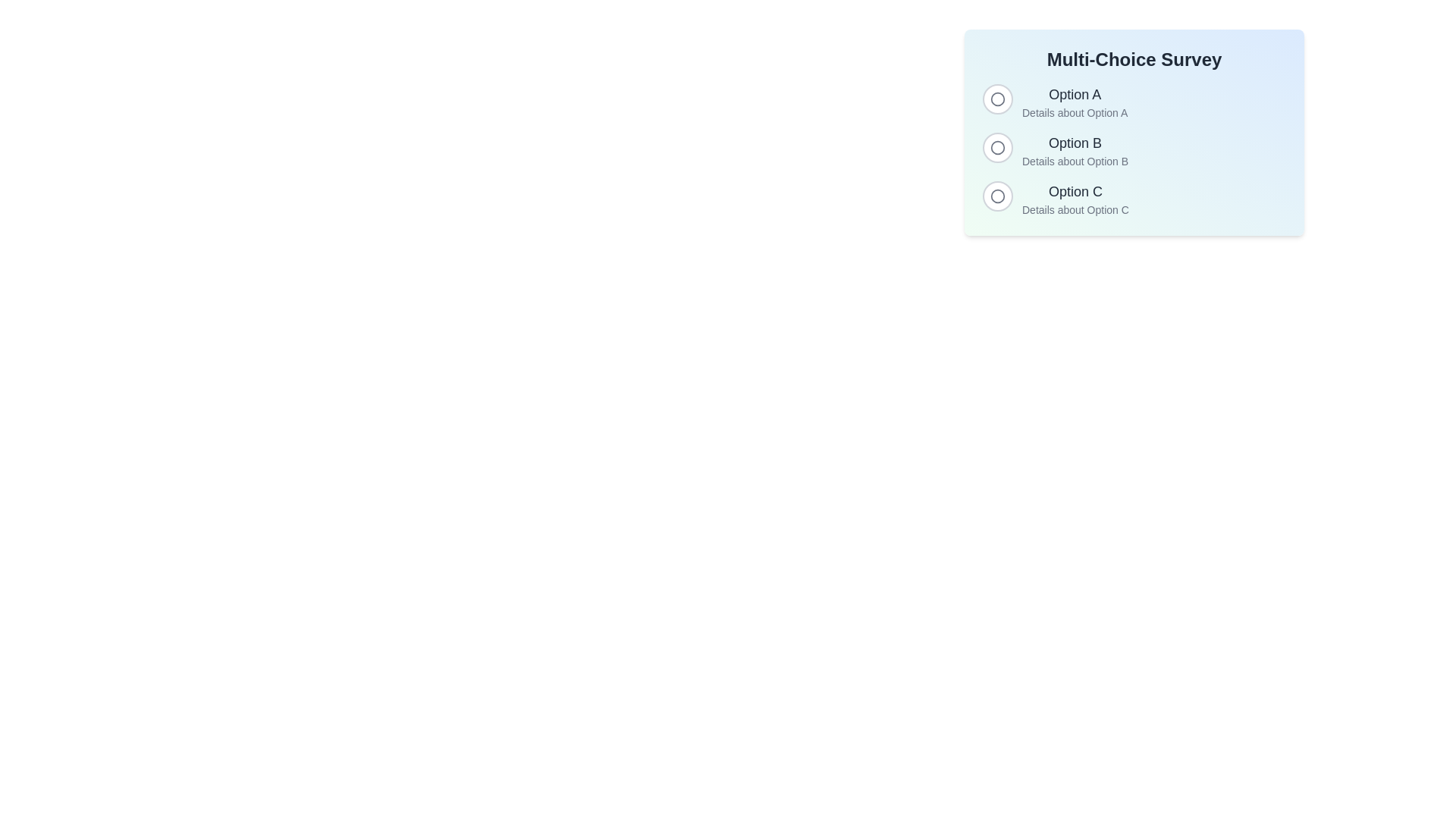 The height and width of the screenshot is (819, 1456). Describe the element at coordinates (1075, 210) in the screenshot. I see `the text label providing additional information for 'Option C', located at the bottom right of the interface card beneath the heading 'Option C'` at that location.